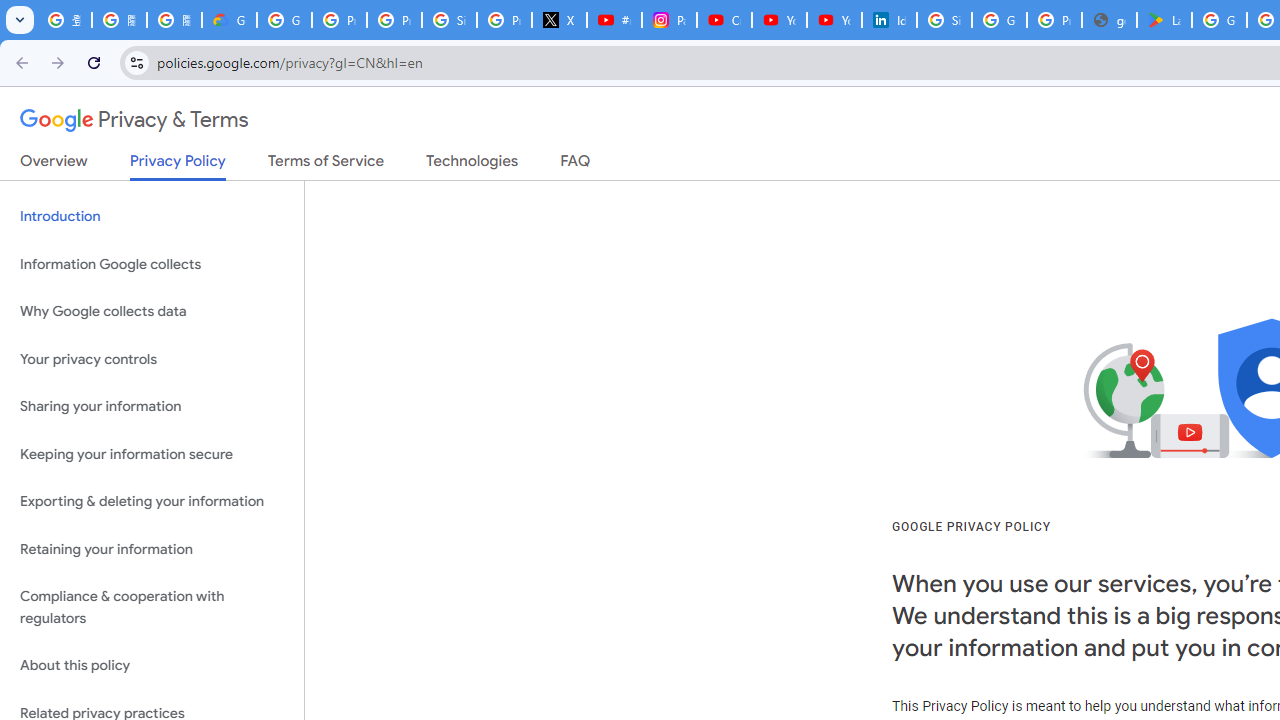 This screenshot has height=720, width=1280. What do you see at coordinates (151, 501) in the screenshot?
I see `'Exporting & deleting your information'` at bounding box center [151, 501].